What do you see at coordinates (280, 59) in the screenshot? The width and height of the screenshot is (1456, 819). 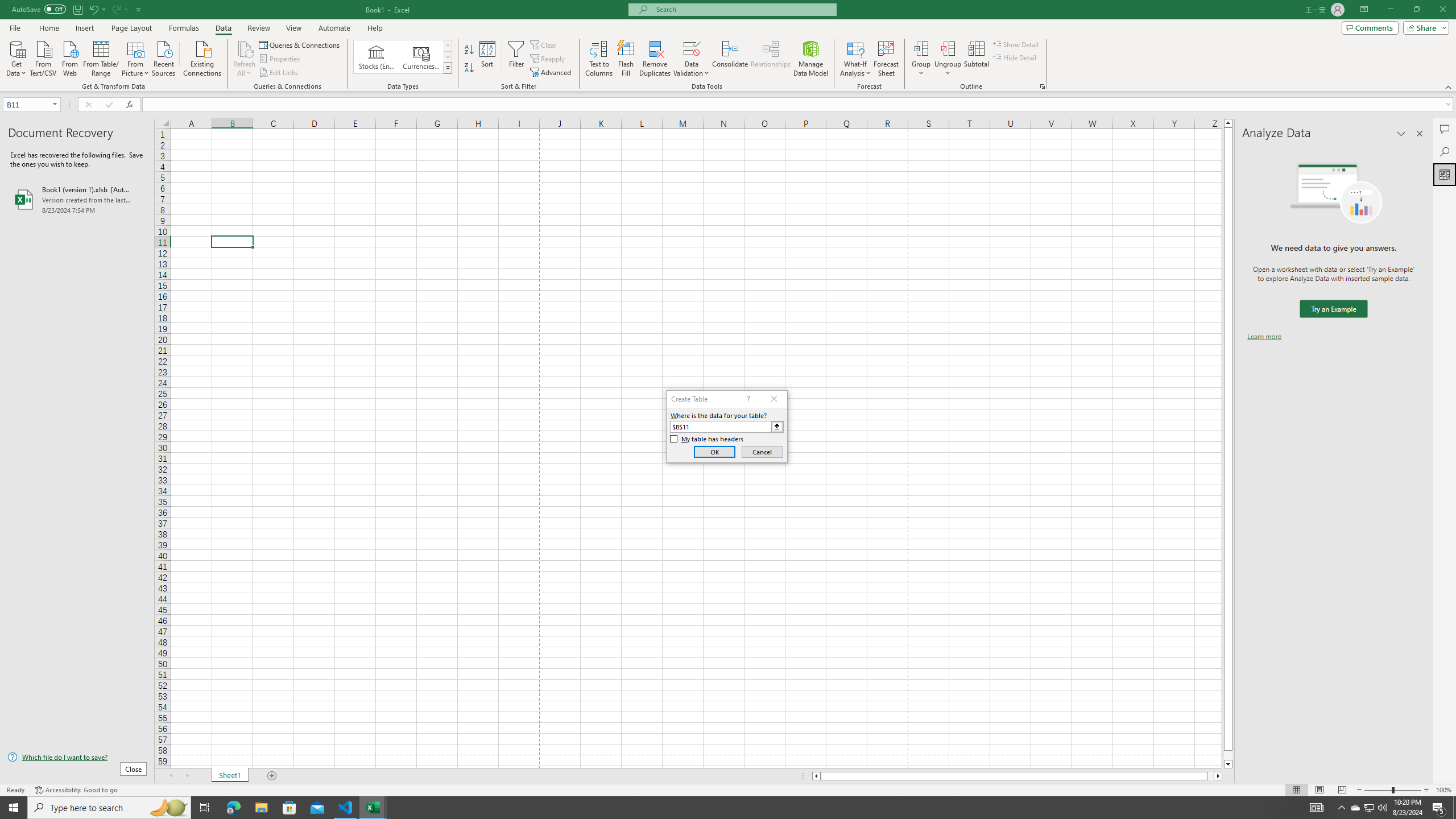 I see `'Properties'` at bounding box center [280, 59].